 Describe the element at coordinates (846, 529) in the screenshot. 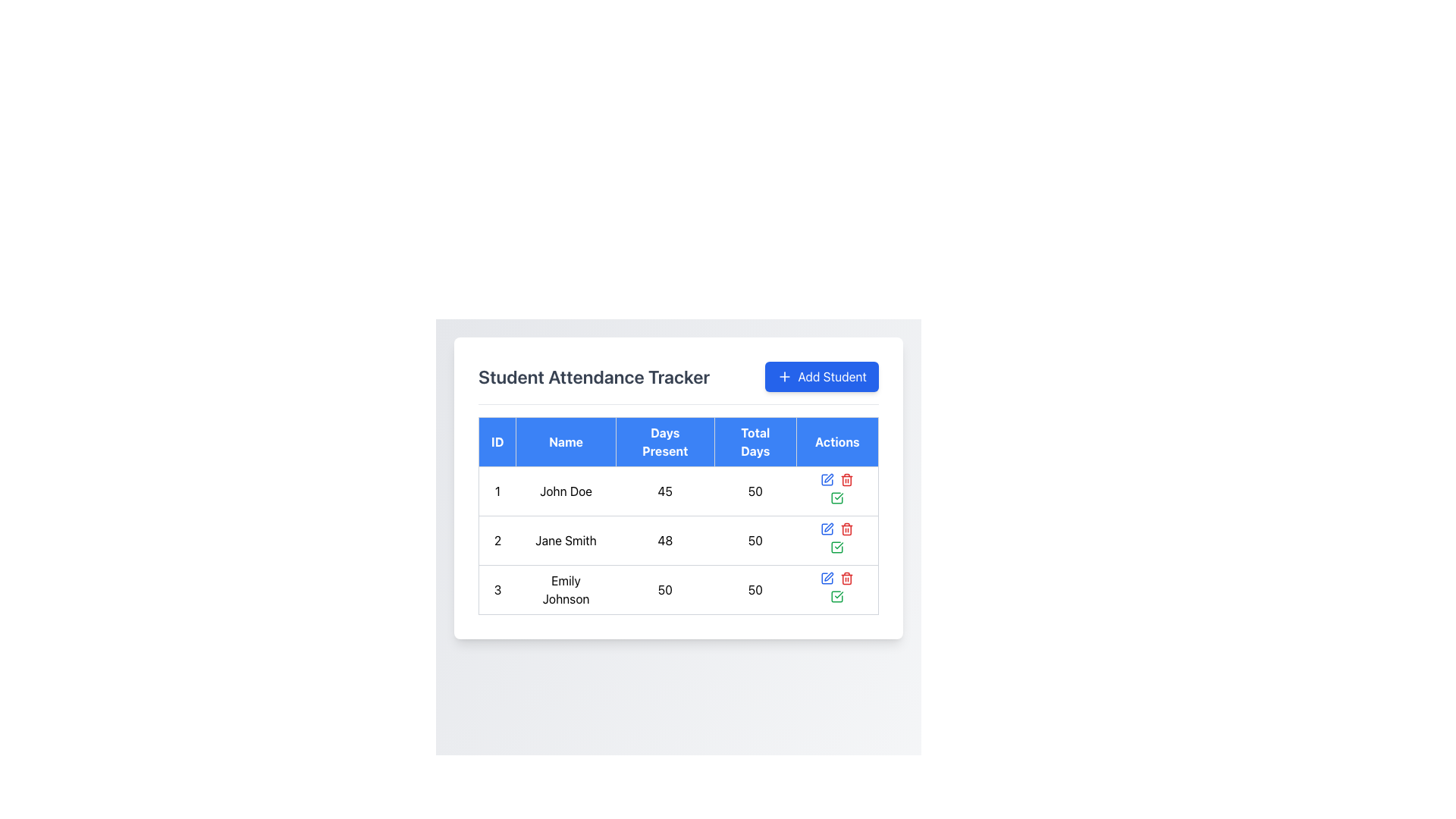

I see `the delete button located in the actions column of the second row, which is positioned between the blue edit icon and the green checkmark icon` at that location.